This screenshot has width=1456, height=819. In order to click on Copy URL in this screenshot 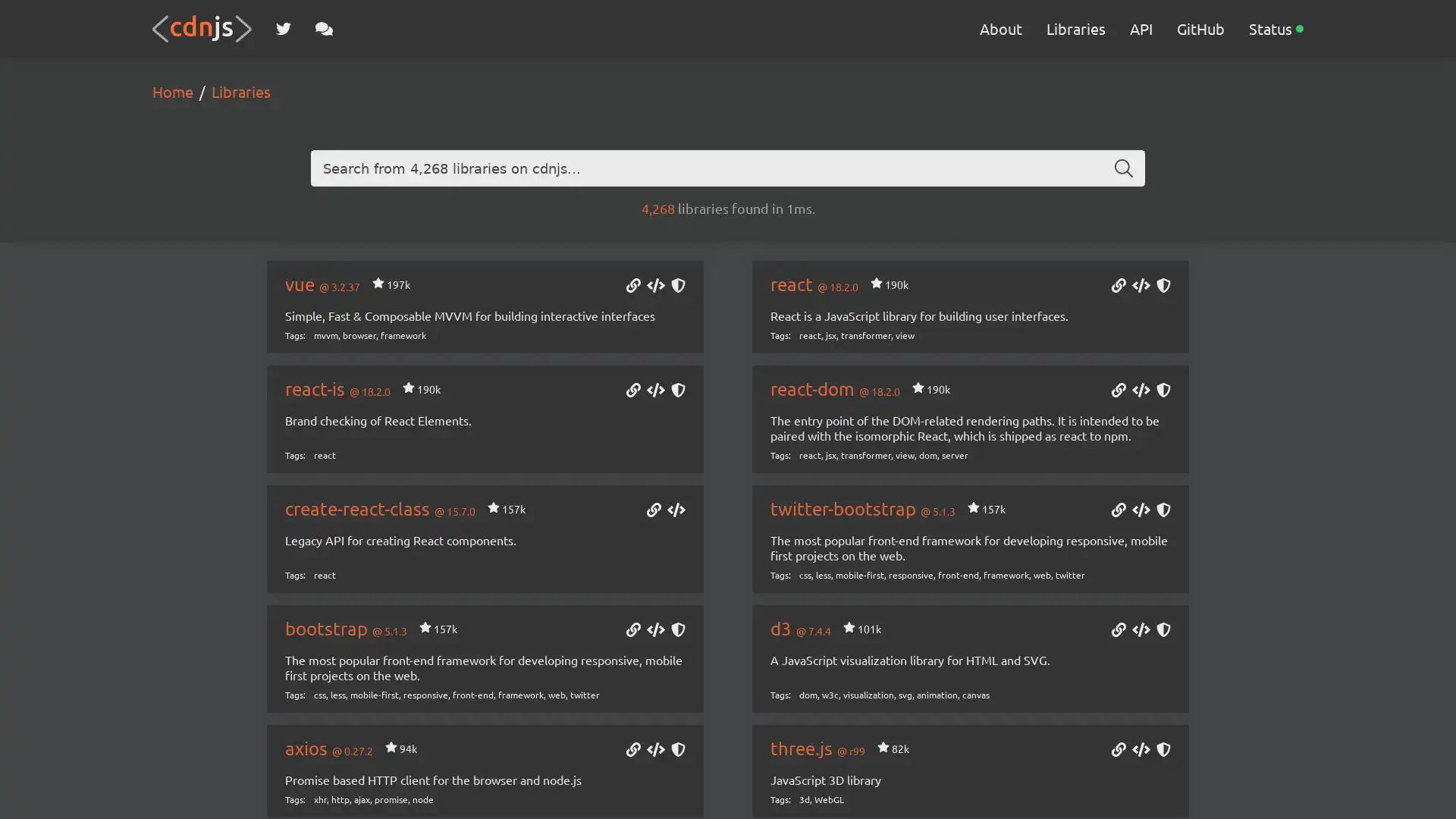, I will do `click(1118, 391)`.